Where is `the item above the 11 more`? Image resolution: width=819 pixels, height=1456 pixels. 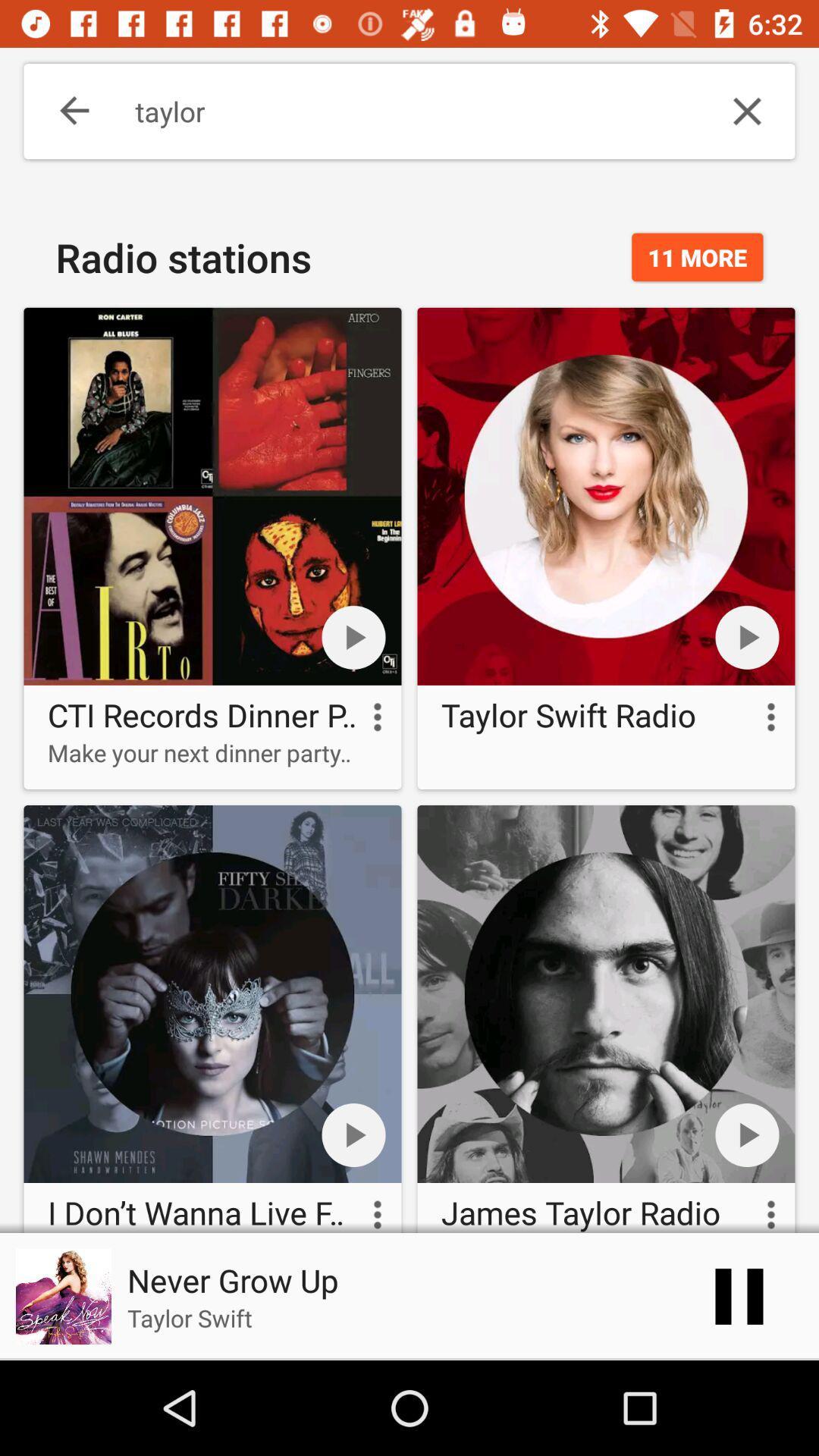
the item above the 11 more is located at coordinates (746, 111).